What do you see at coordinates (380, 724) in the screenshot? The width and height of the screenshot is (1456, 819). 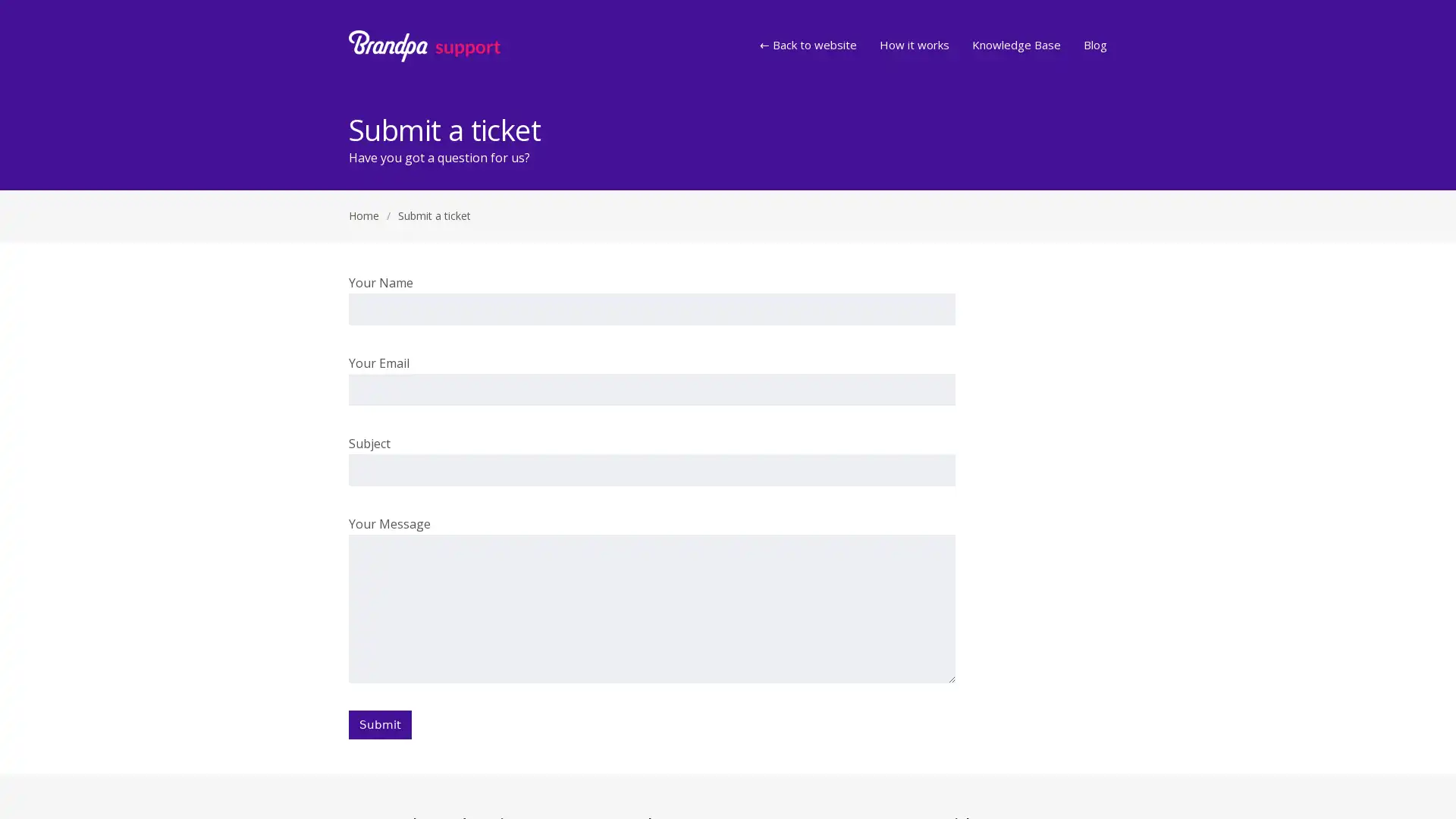 I see `Submit` at bounding box center [380, 724].